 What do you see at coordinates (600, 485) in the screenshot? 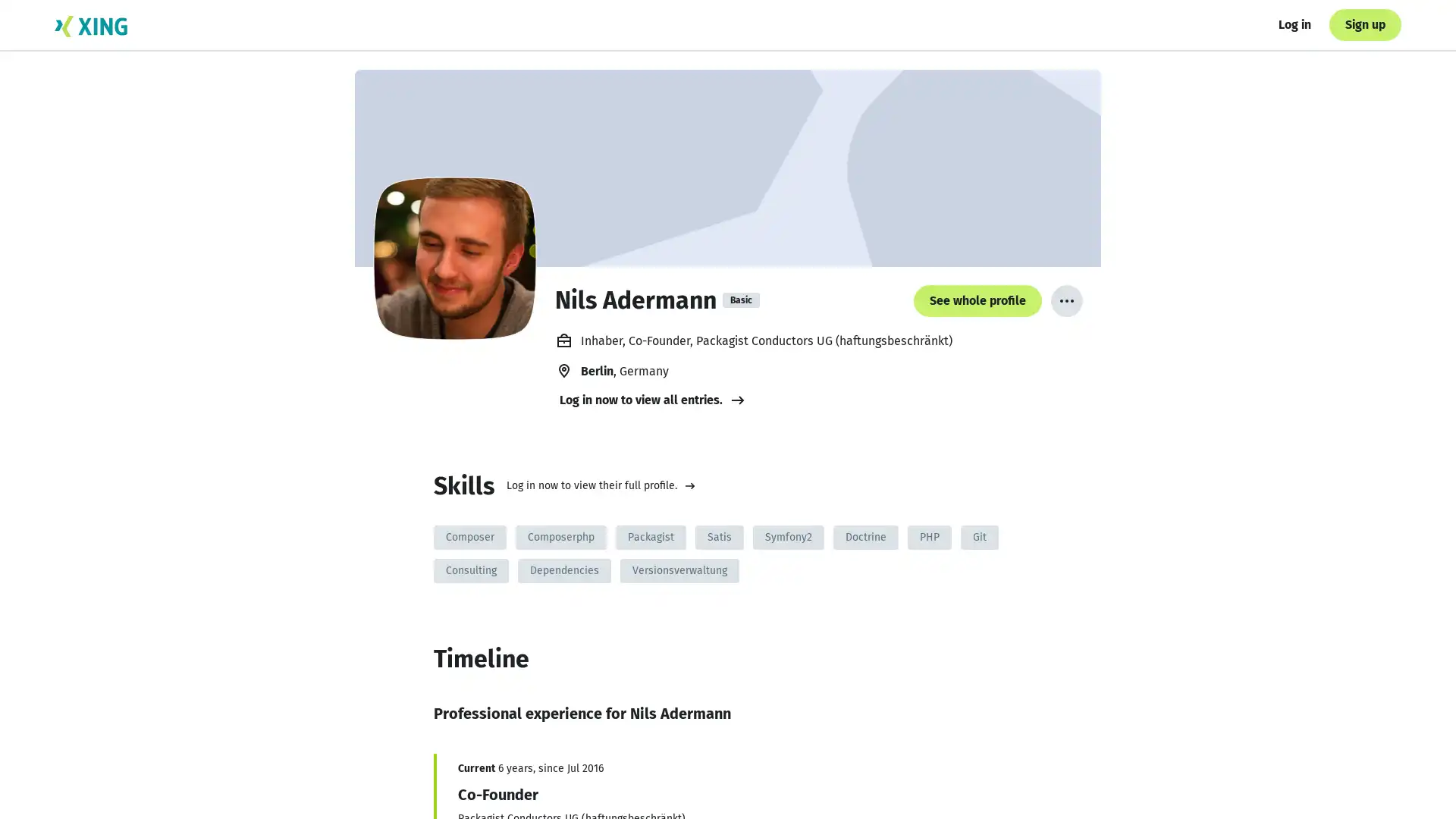
I see `Log in now to view their full profile.` at bounding box center [600, 485].